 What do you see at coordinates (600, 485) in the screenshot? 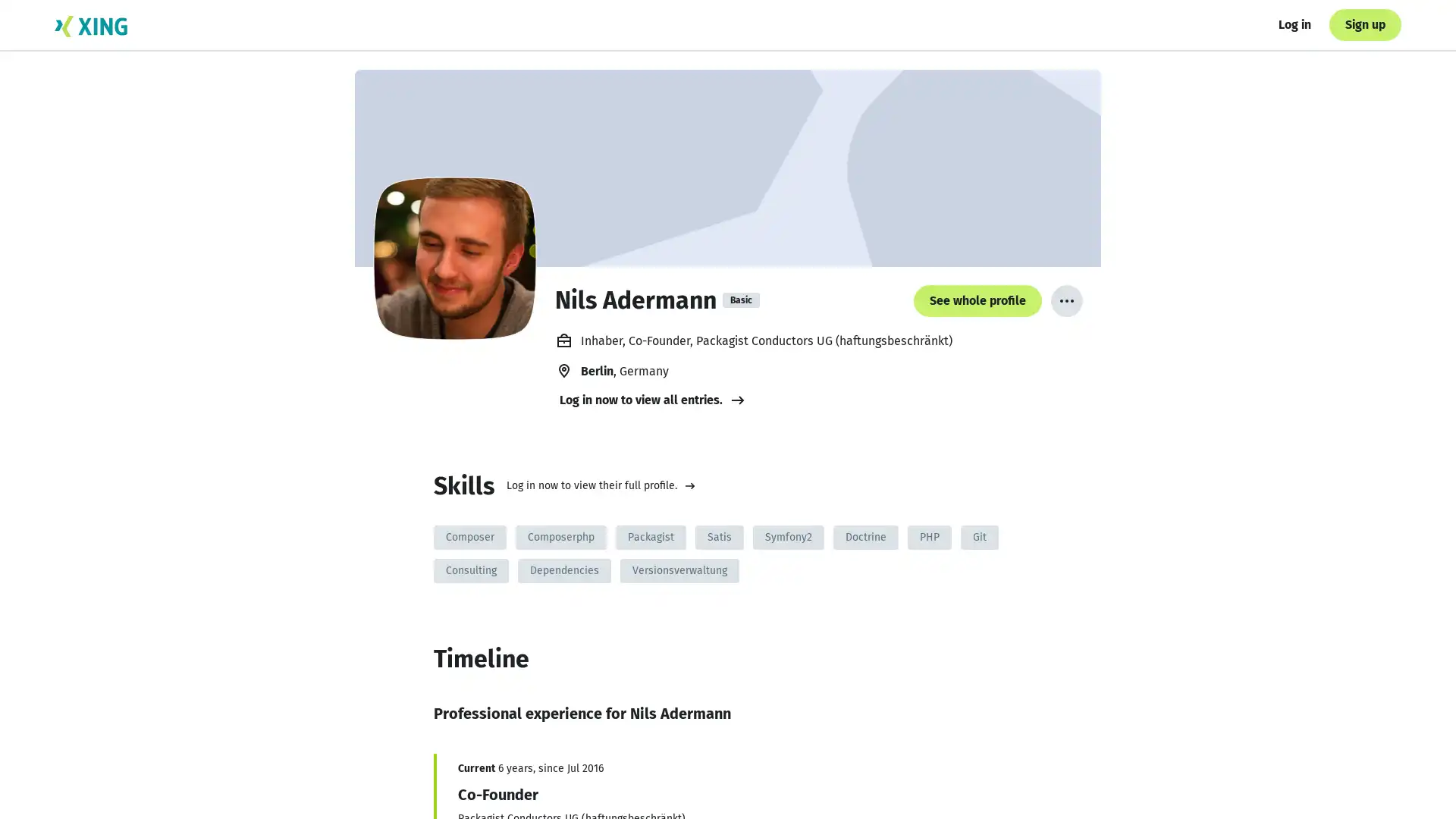
I see `Log in now to view their full profile.` at bounding box center [600, 485].